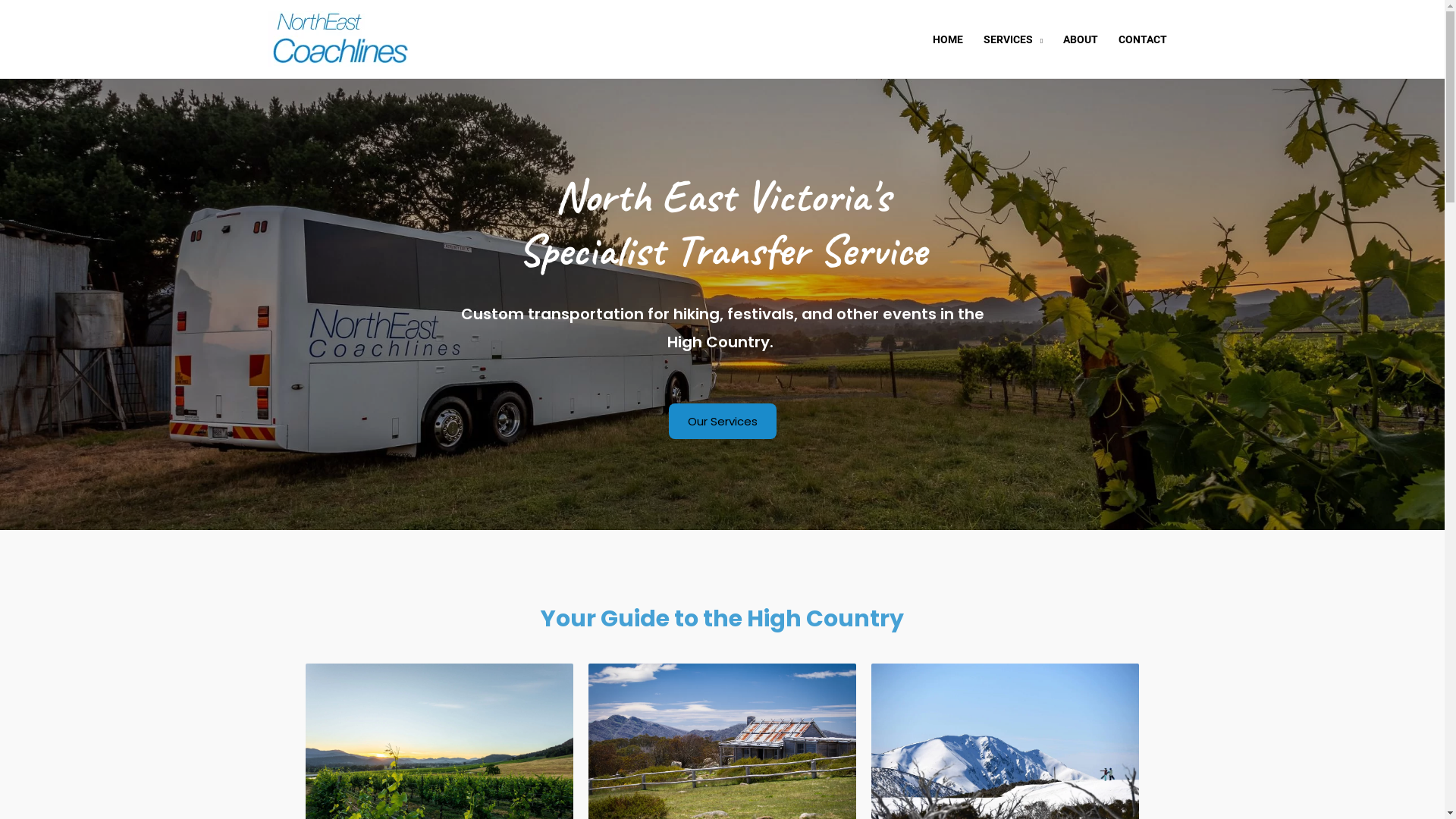 This screenshot has height=819, width=1456. Describe the element at coordinates (946, 37) in the screenshot. I see `'HOME'` at that location.